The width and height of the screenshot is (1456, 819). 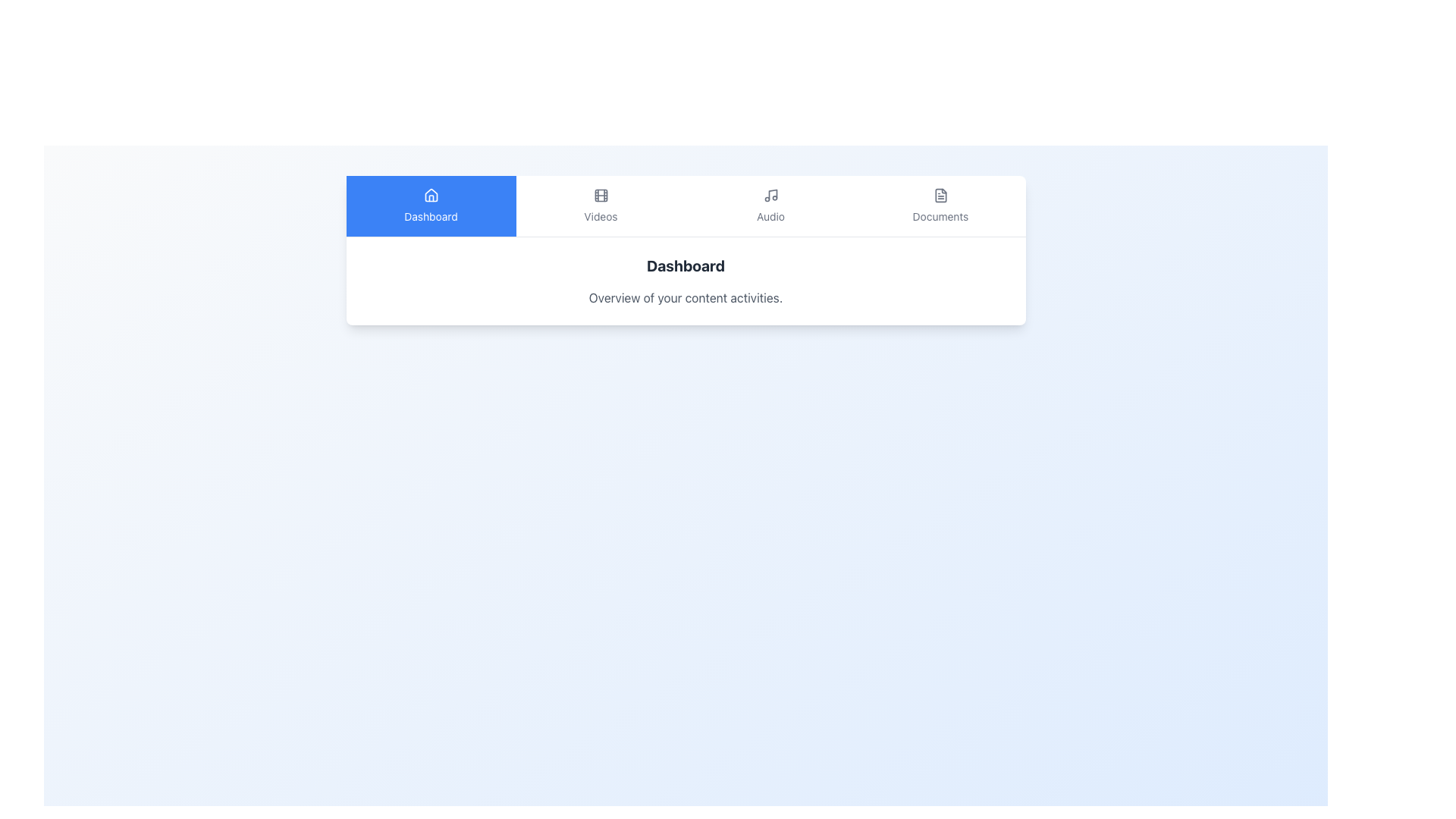 I want to click on the 'Videos' text label, which is styled with a smaller font size and positioned below the filmstrip icon in the horizontal navigation bar, so click(x=600, y=216).